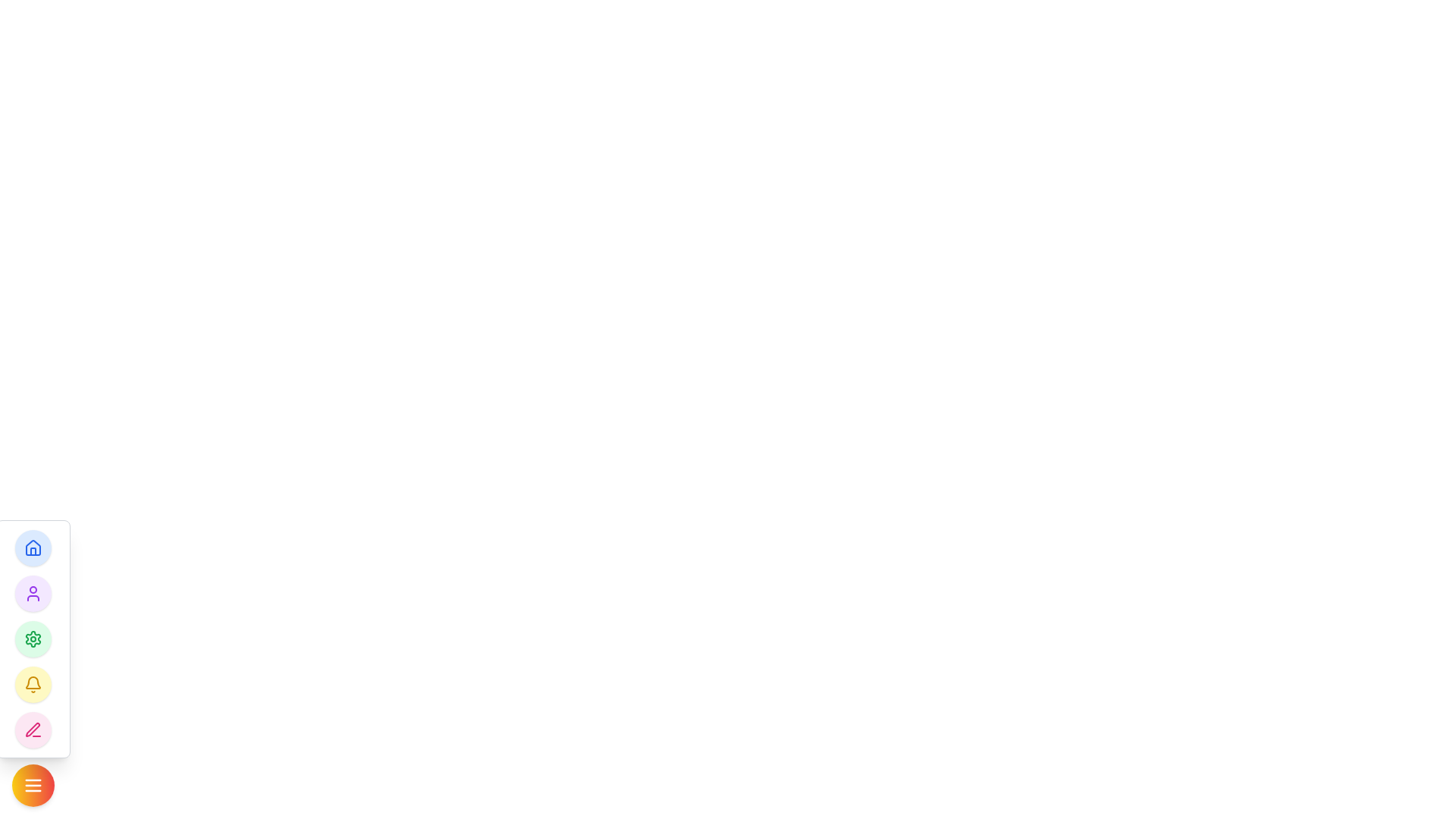 Image resolution: width=1456 pixels, height=819 pixels. What do you see at coordinates (33, 785) in the screenshot?
I see `the toggle button located at the bottom of the vertical button stack on the left side of the interface` at bounding box center [33, 785].